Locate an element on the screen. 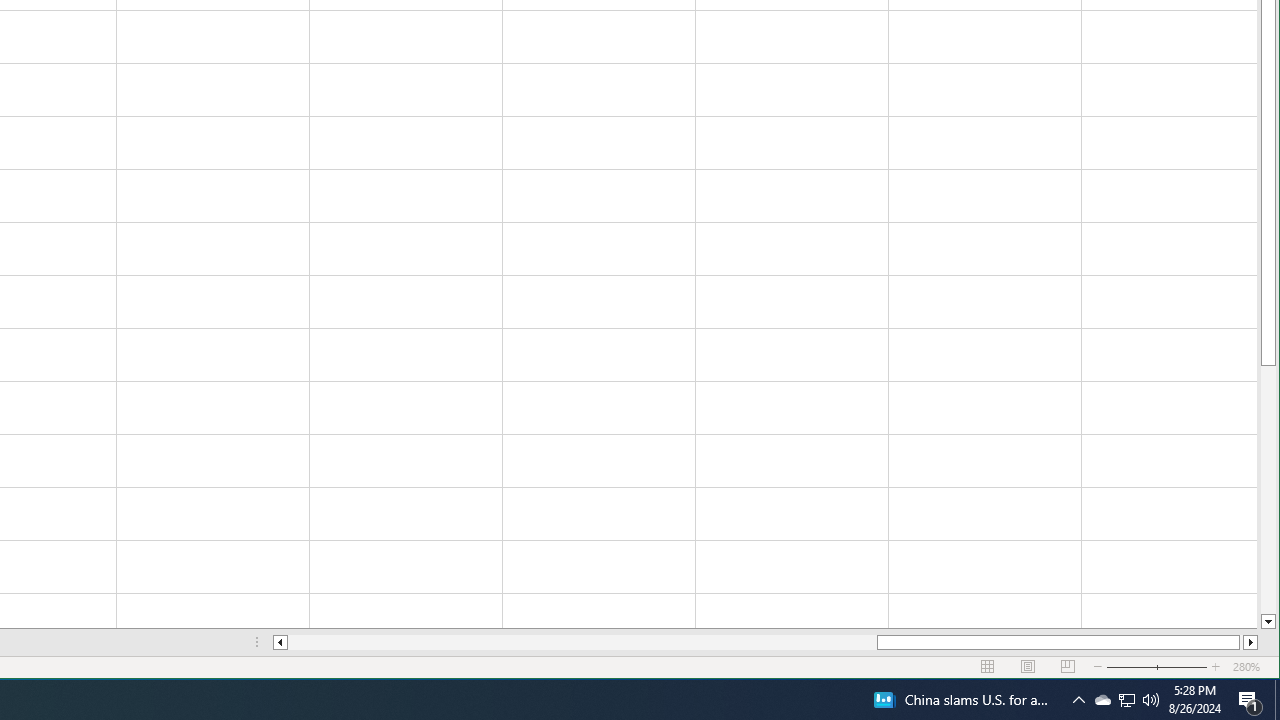 This screenshot has width=1280, height=720. 'Line down' is located at coordinates (1267, 621).